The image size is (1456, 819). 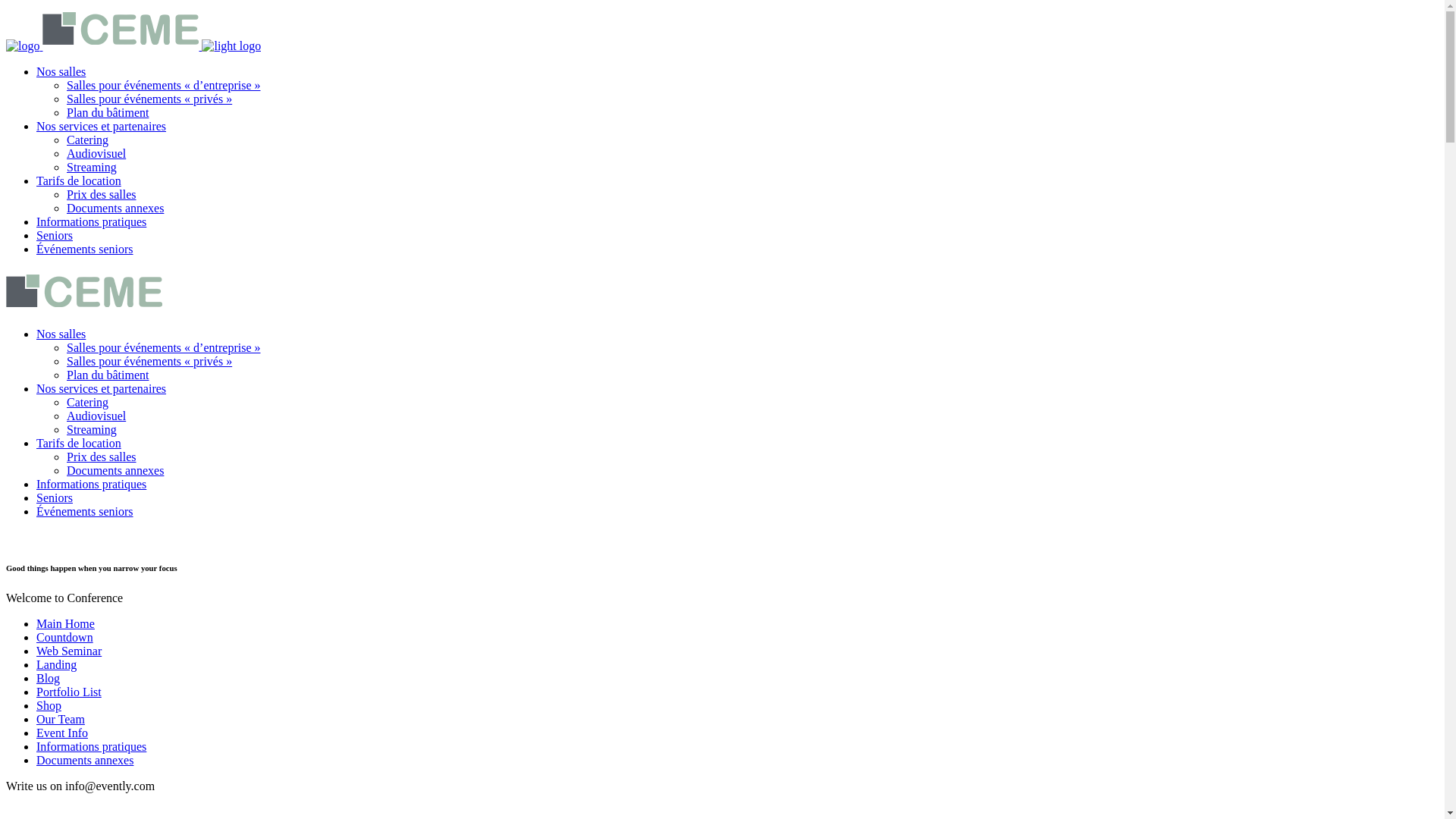 What do you see at coordinates (83, 760) in the screenshot?
I see `'Documents annexes'` at bounding box center [83, 760].